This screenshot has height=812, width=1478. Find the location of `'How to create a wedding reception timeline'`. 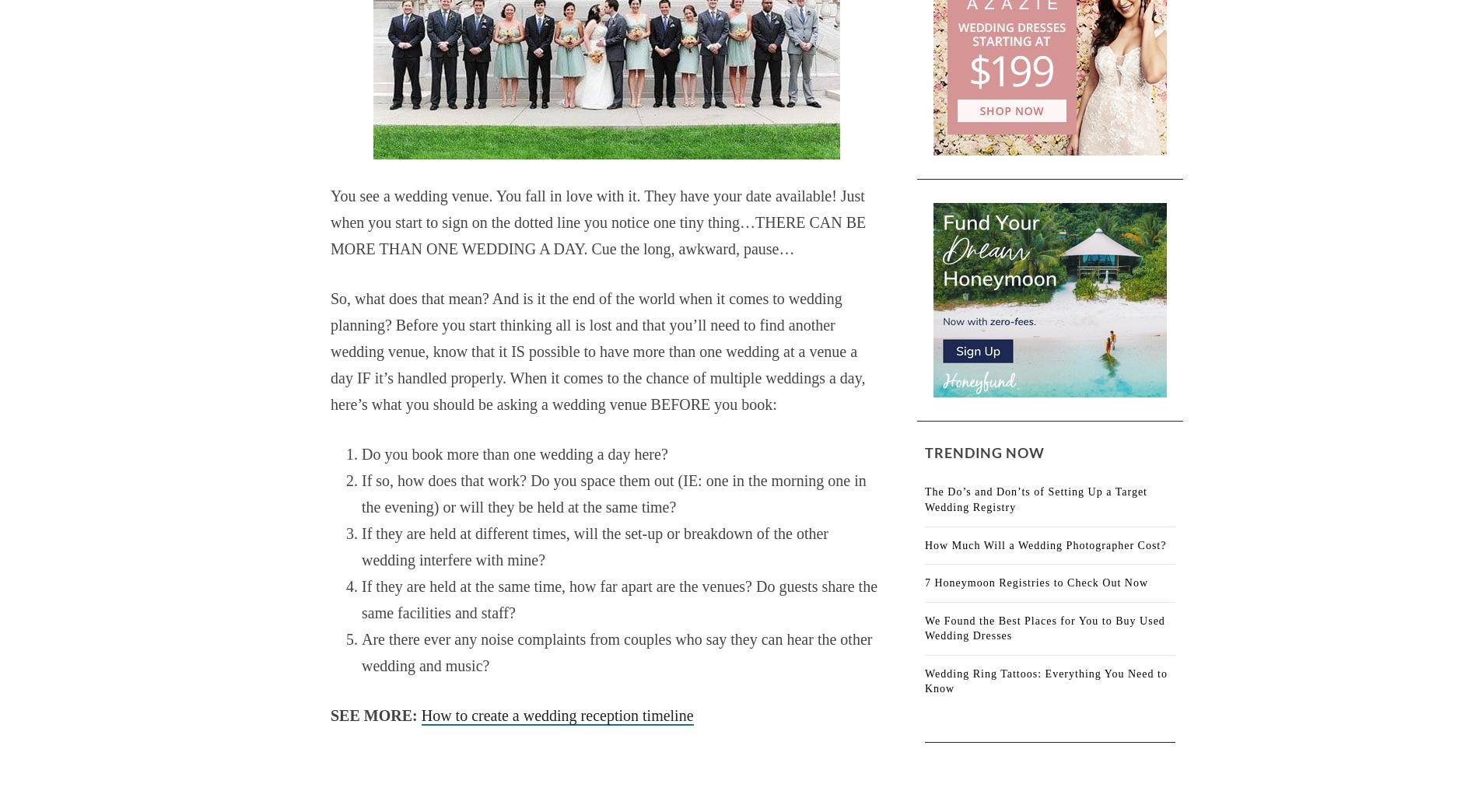

'How to create a wedding reception timeline' is located at coordinates (555, 714).